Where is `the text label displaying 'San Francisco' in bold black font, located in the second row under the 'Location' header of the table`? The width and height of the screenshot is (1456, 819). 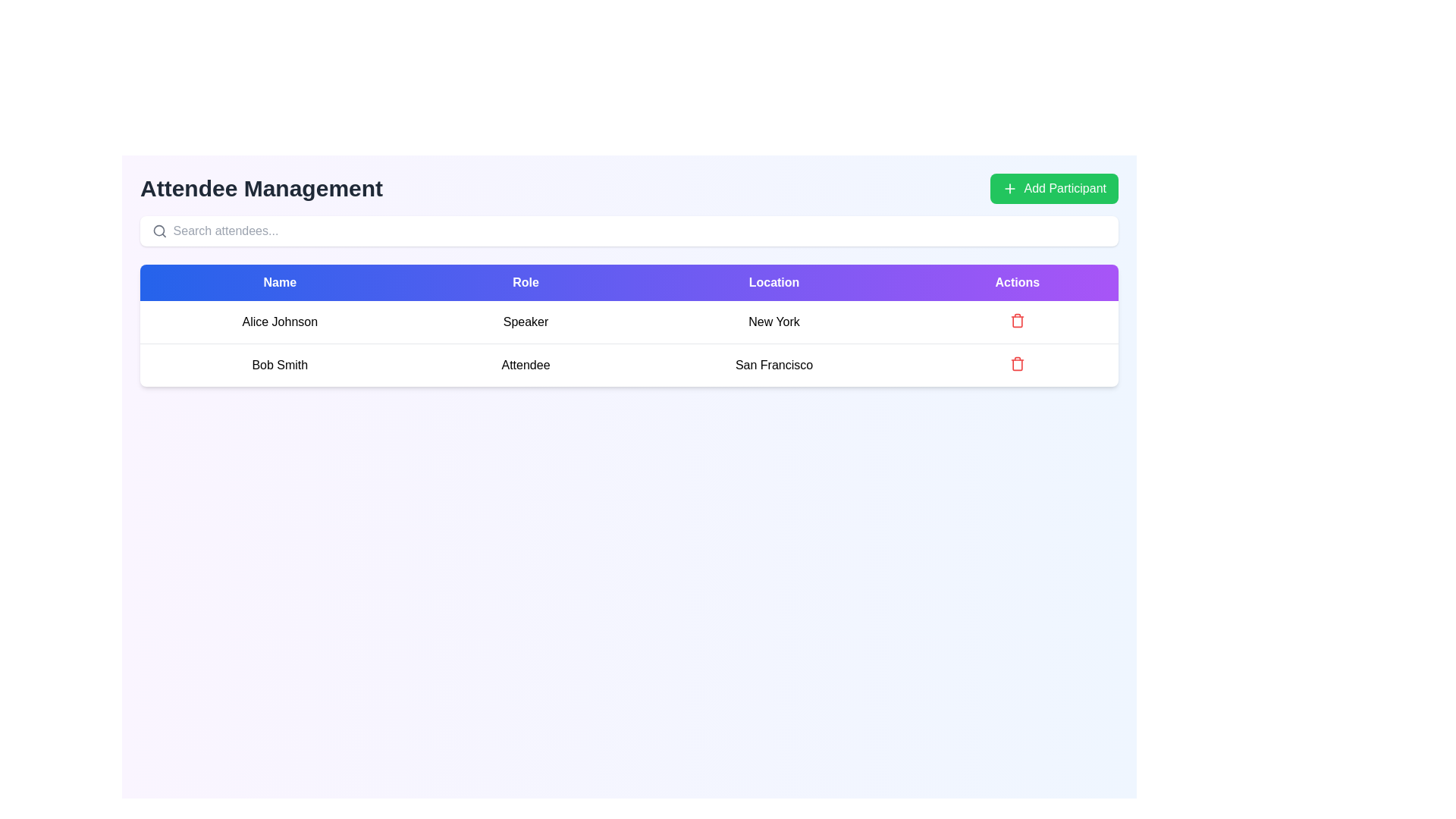
the text label displaying 'San Francisco' in bold black font, located in the second row under the 'Location' header of the table is located at coordinates (774, 365).